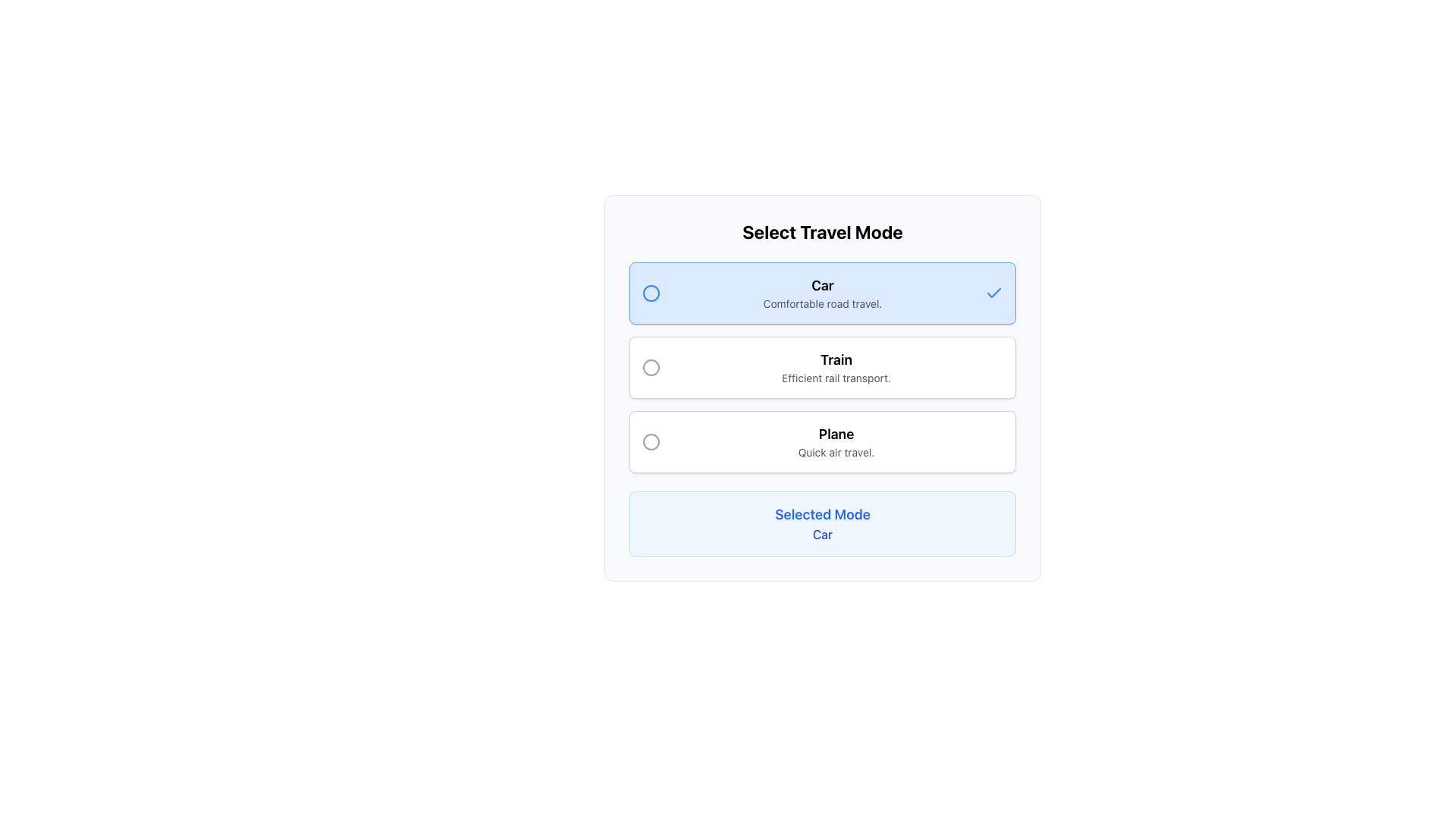 The image size is (1456, 819). Describe the element at coordinates (836, 368) in the screenshot. I see `the 'Train' travel mode option in the Text and Icon Selector Item` at that location.